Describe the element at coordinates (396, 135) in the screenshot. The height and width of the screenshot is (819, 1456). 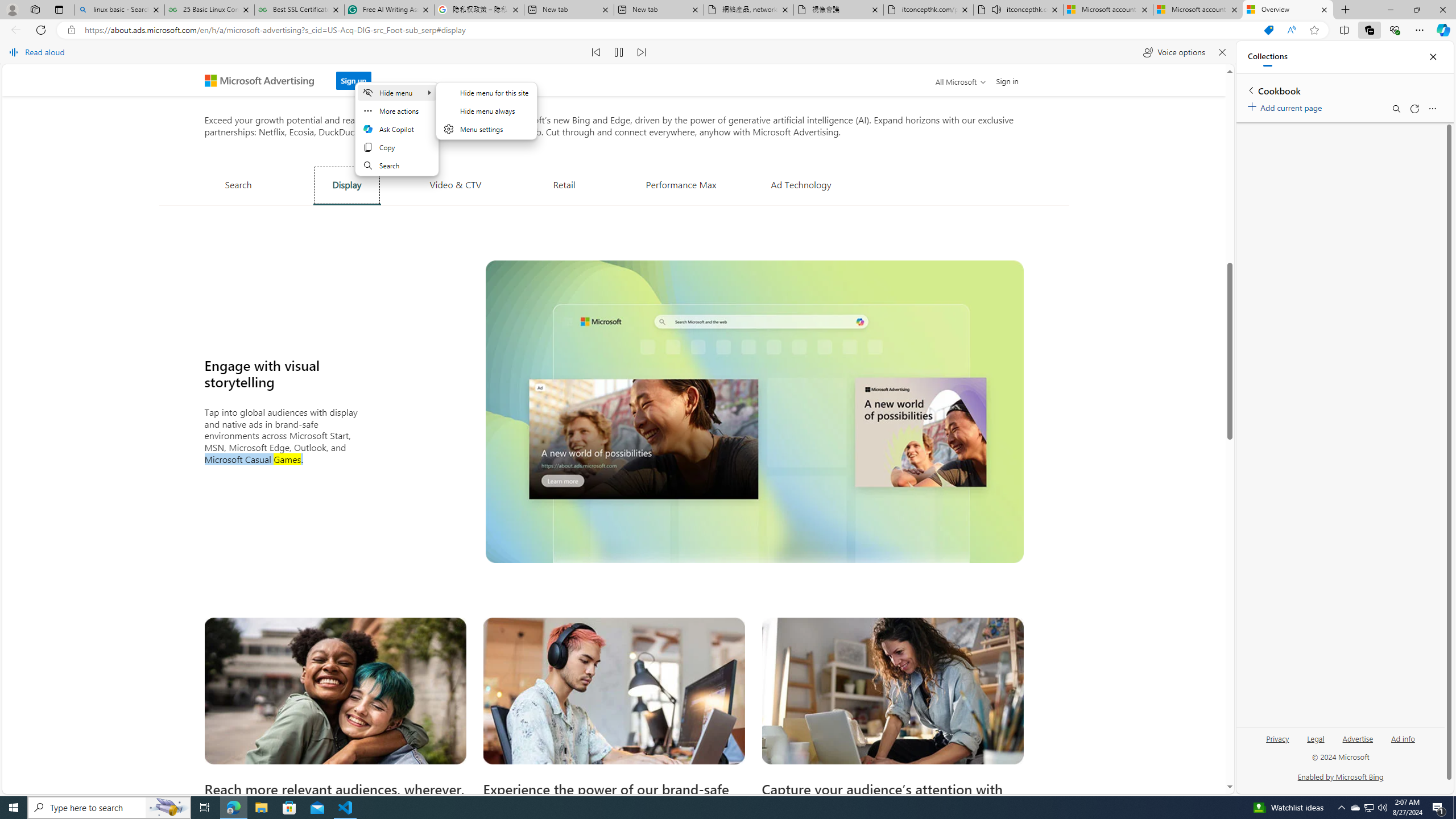
I see `'Mini menu on text selection'` at that location.